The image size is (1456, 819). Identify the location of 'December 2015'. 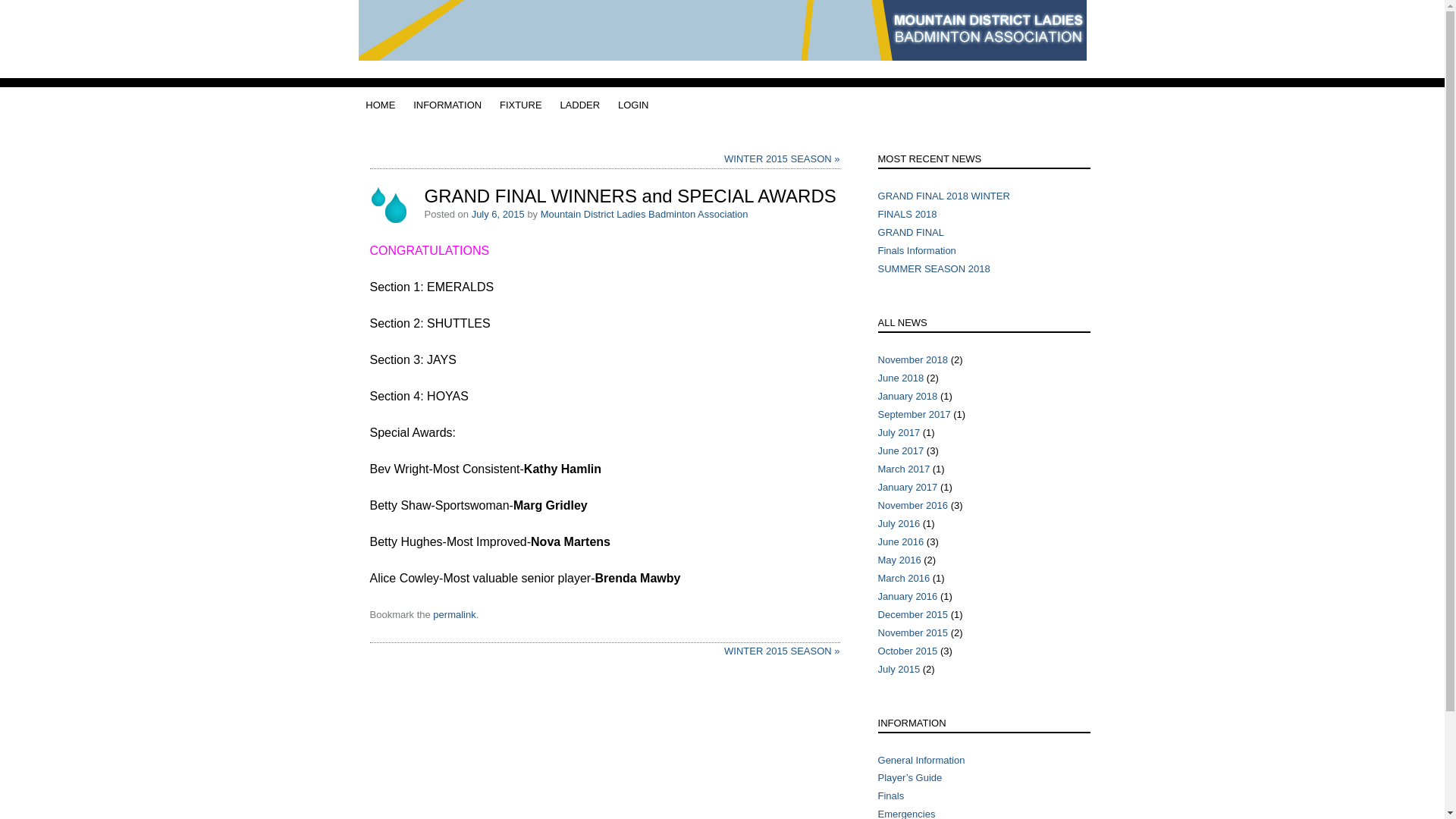
(912, 614).